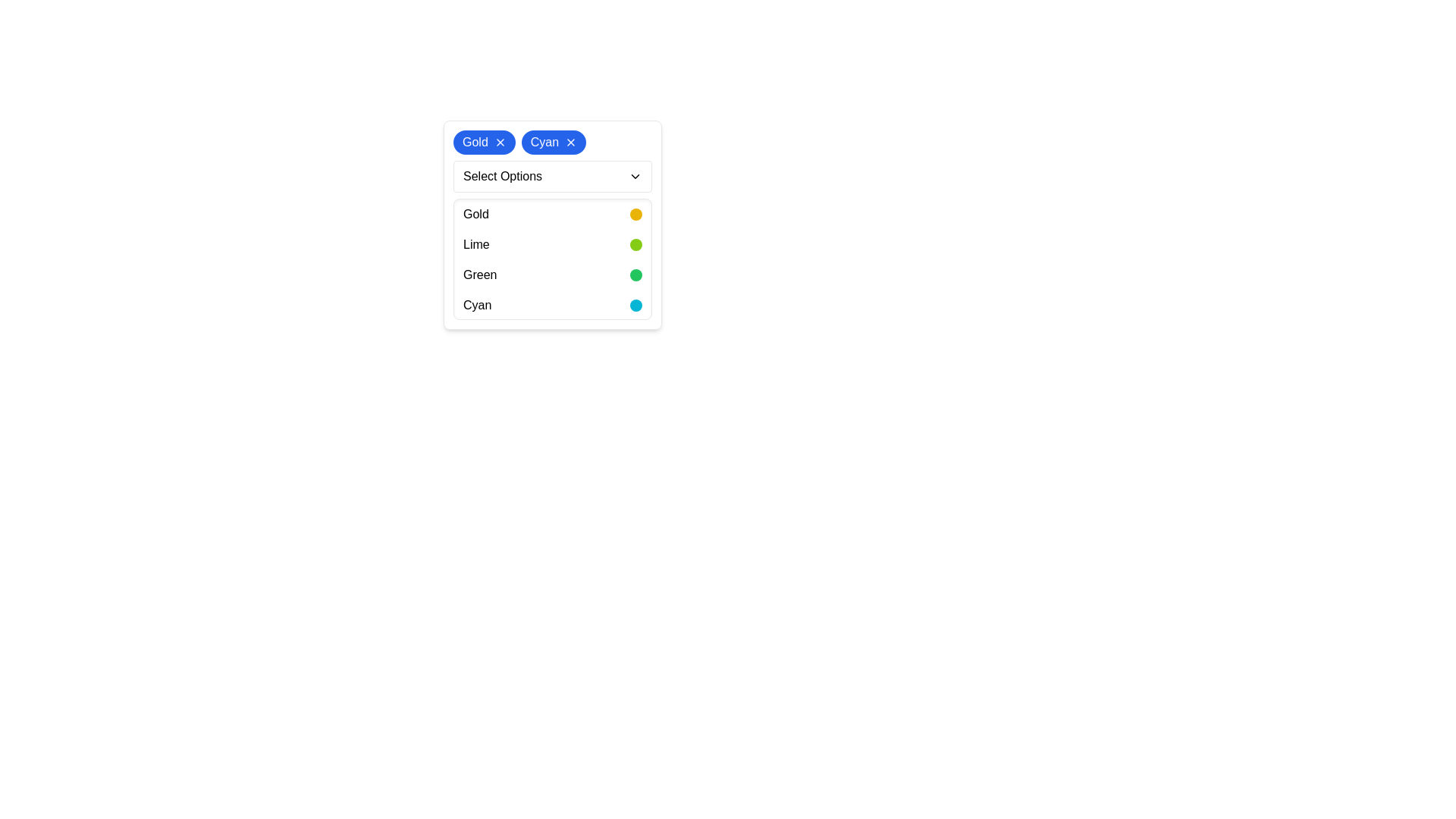  I want to click on the 'X' icon of the first interactive tag representing 'Gold', so click(483, 143).